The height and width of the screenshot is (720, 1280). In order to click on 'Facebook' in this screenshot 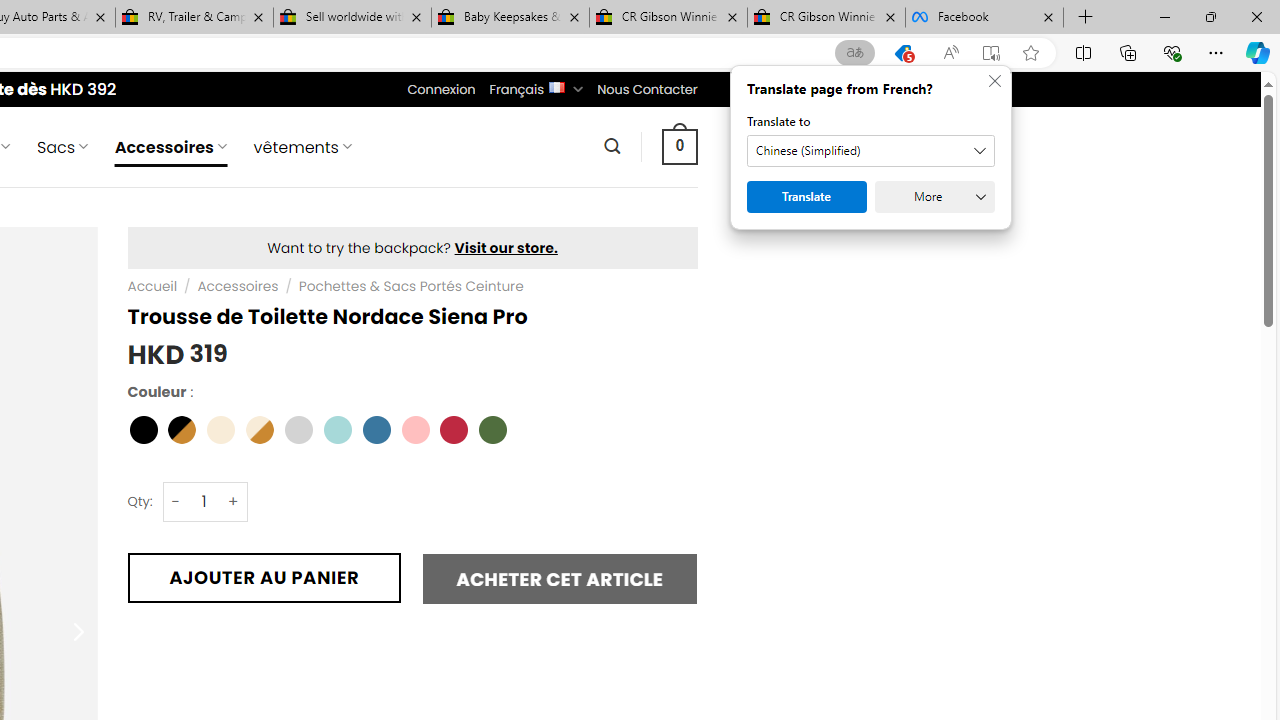, I will do `click(984, 17)`.